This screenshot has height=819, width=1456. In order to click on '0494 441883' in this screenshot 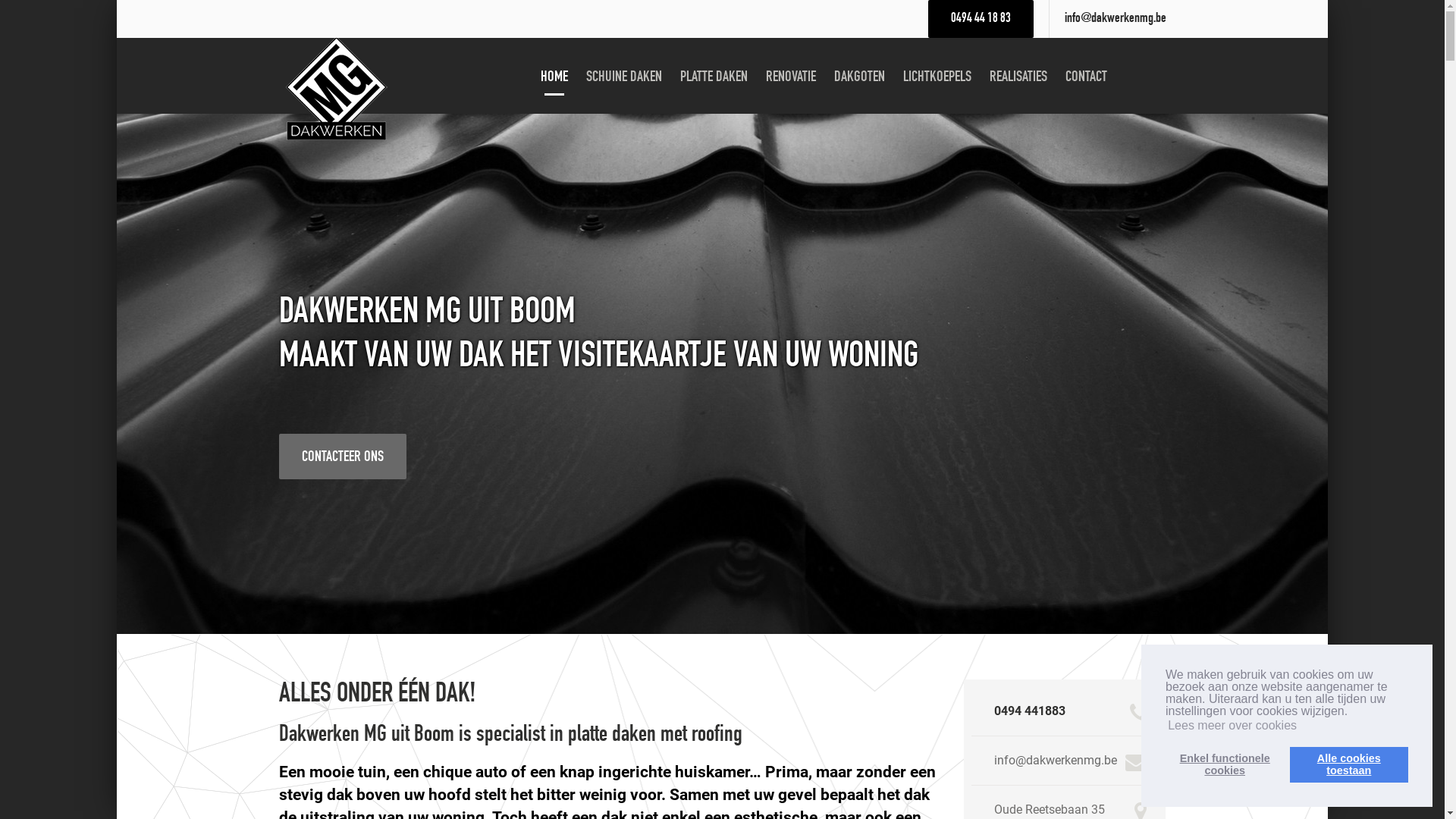, I will do `click(1030, 711)`.